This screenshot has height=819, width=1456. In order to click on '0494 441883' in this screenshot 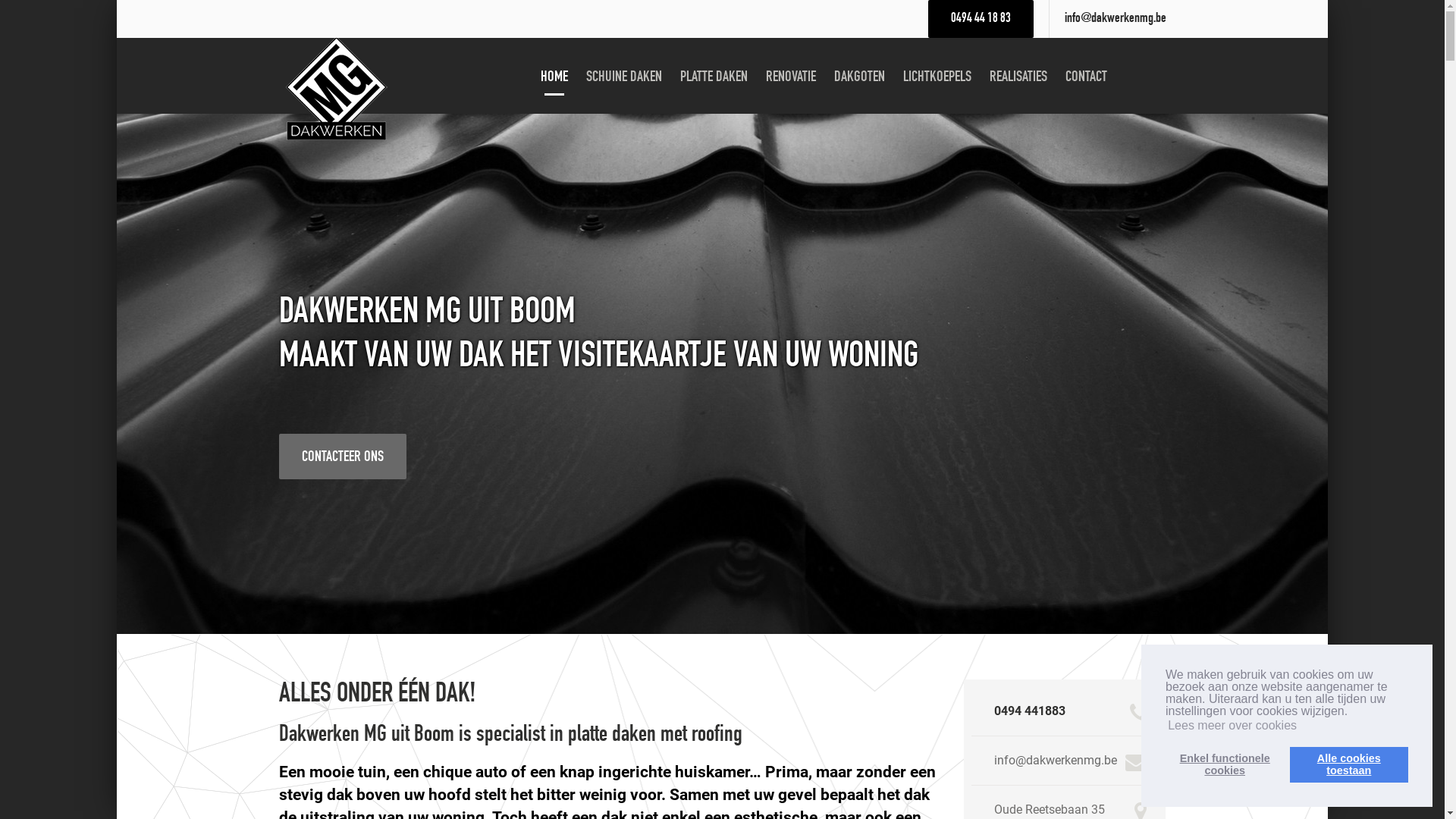, I will do `click(1030, 711)`.